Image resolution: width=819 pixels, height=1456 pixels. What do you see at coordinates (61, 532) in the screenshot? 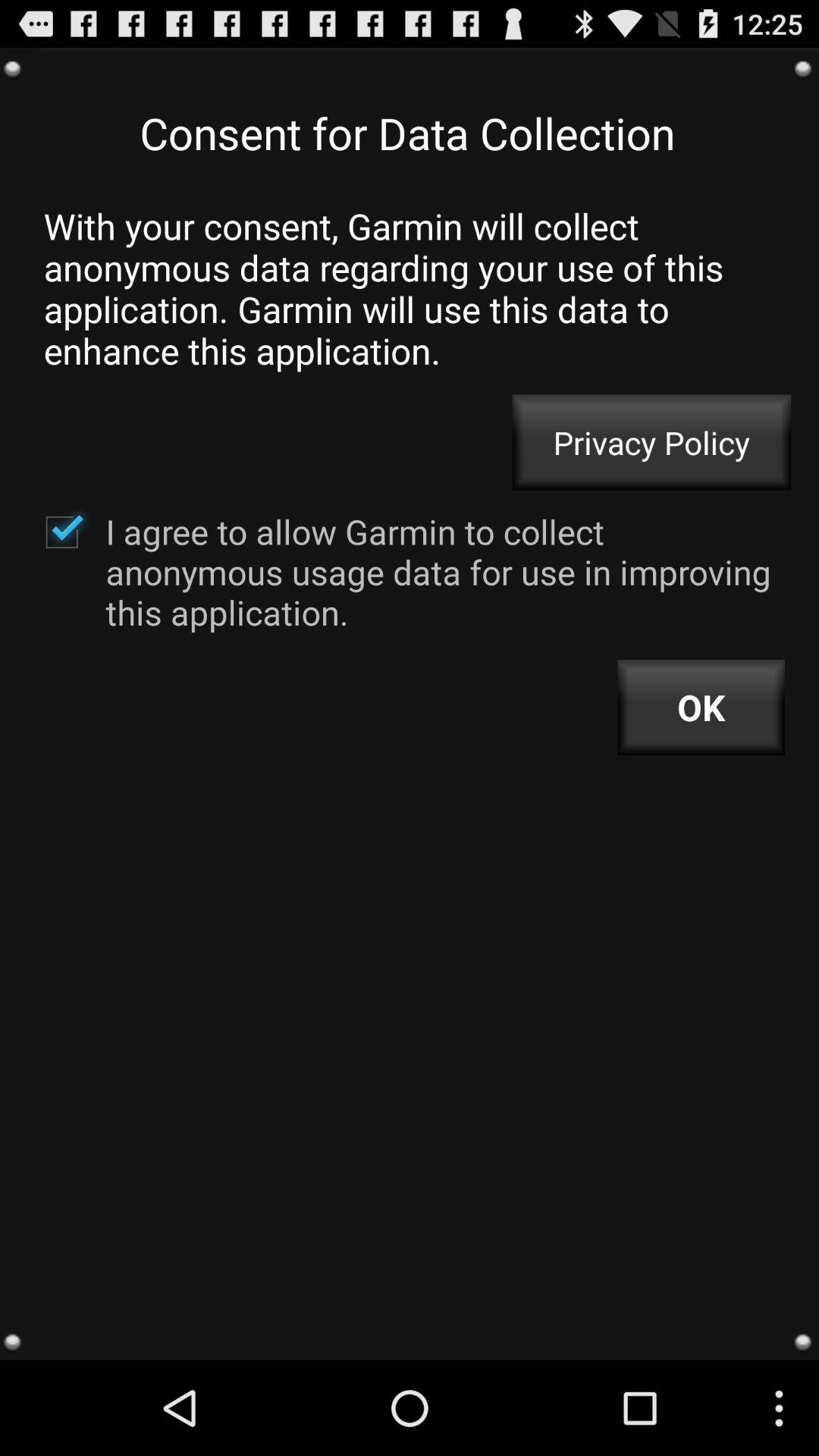
I see `agreement` at bounding box center [61, 532].